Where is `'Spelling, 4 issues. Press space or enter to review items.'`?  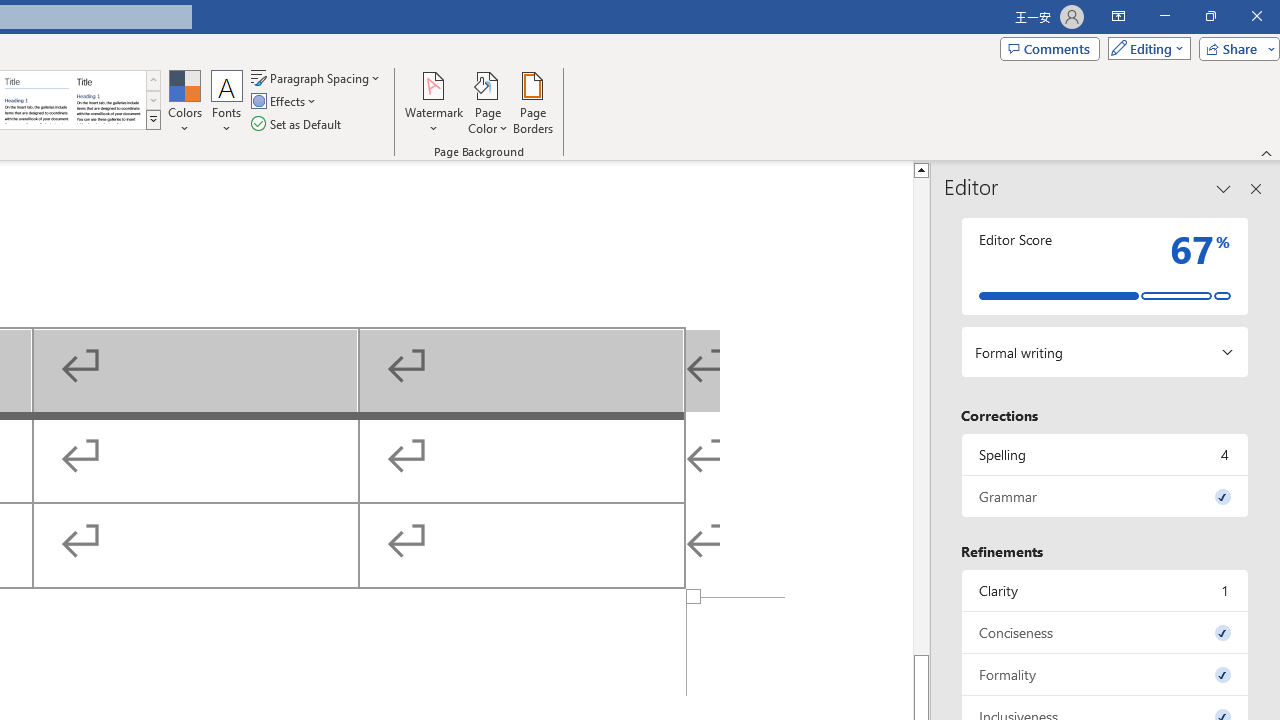 'Spelling, 4 issues. Press space or enter to review items.' is located at coordinates (1104, 454).